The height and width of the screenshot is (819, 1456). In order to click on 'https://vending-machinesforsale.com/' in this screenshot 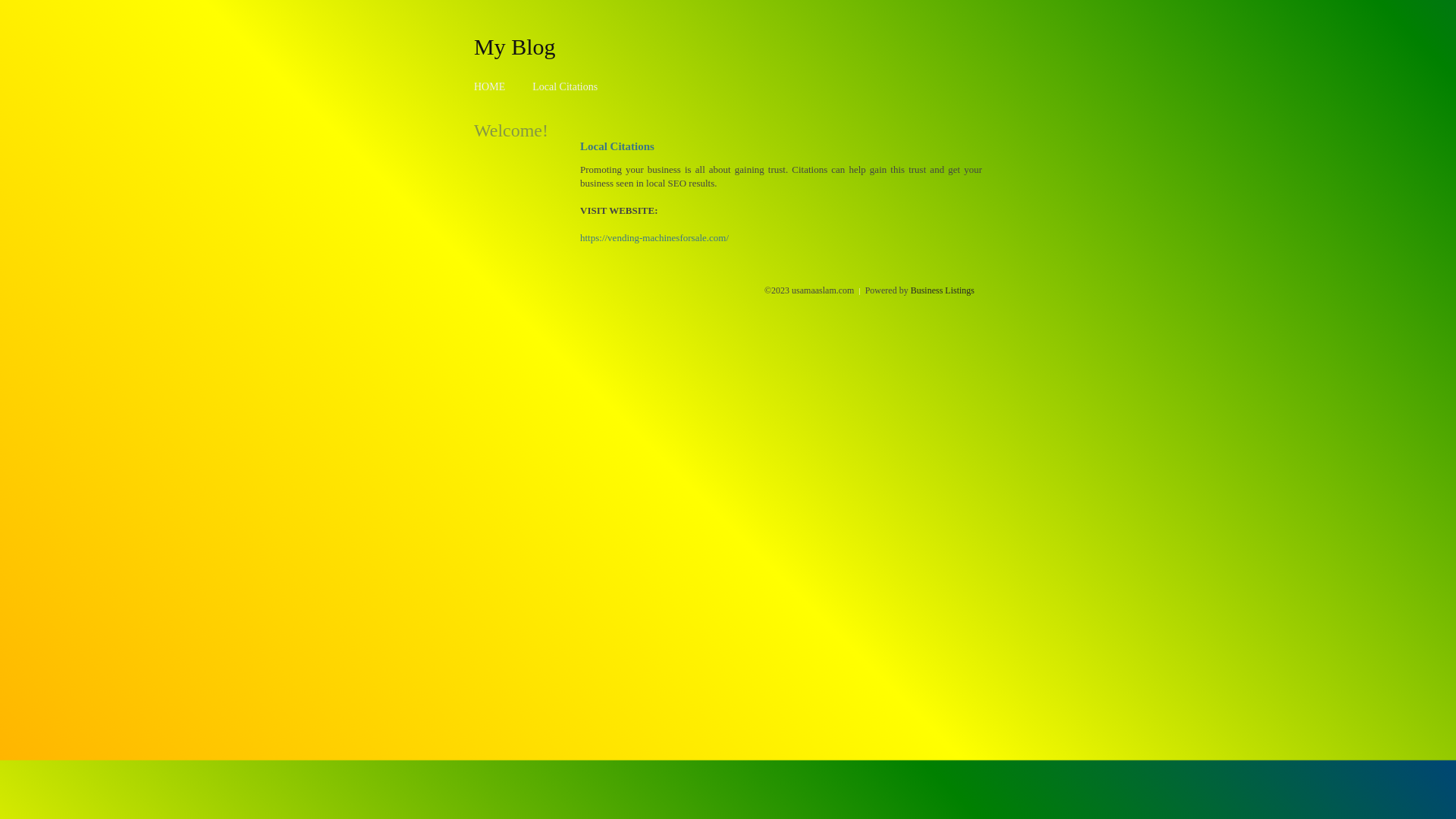, I will do `click(654, 237)`.